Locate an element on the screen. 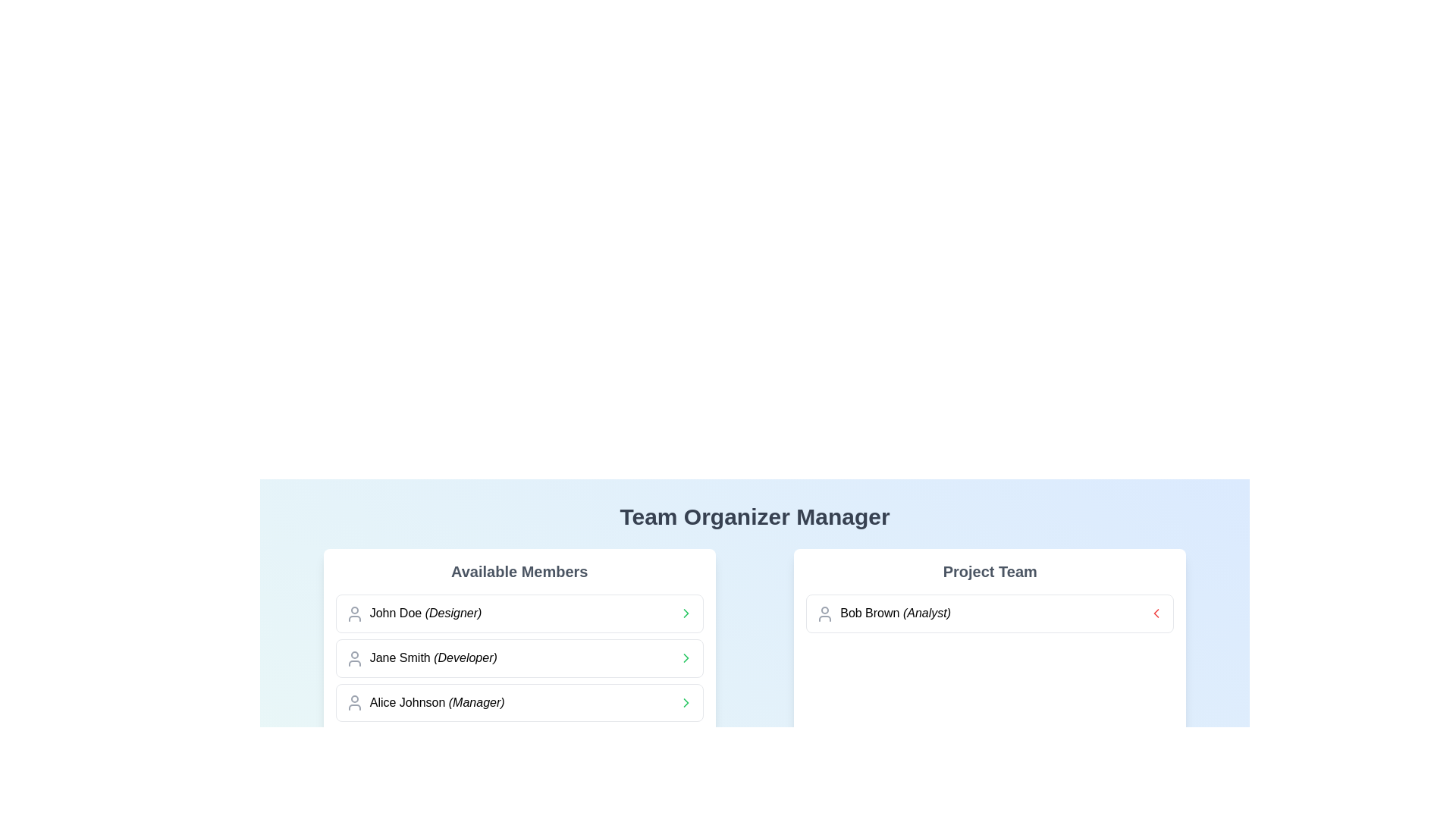  the chevron icon located to the right of 'Alice Johnson (Manager)' in the 'Available Members' section is located at coordinates (685, 657).